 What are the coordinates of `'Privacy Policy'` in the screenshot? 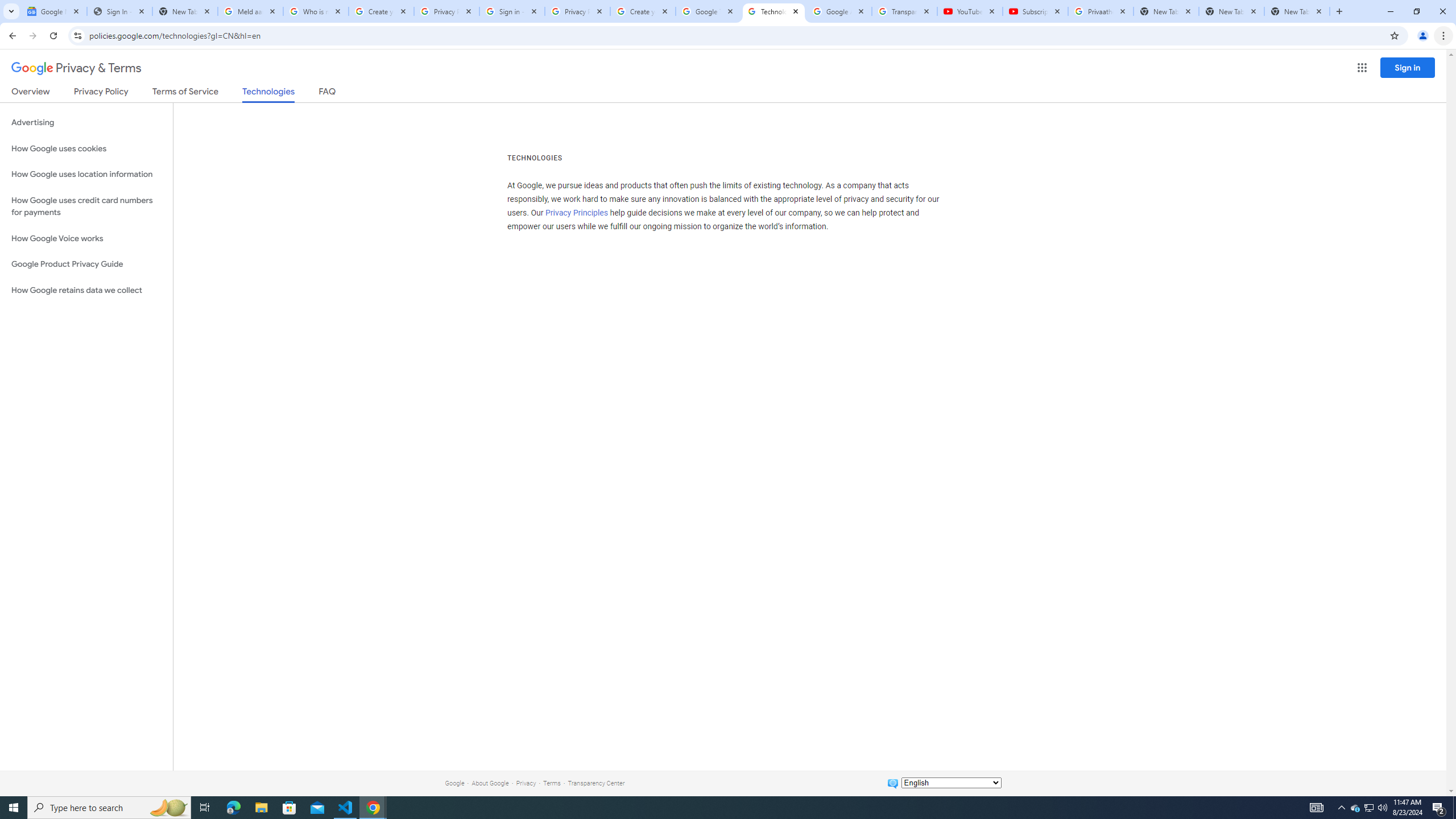 It's located at (100, 93).